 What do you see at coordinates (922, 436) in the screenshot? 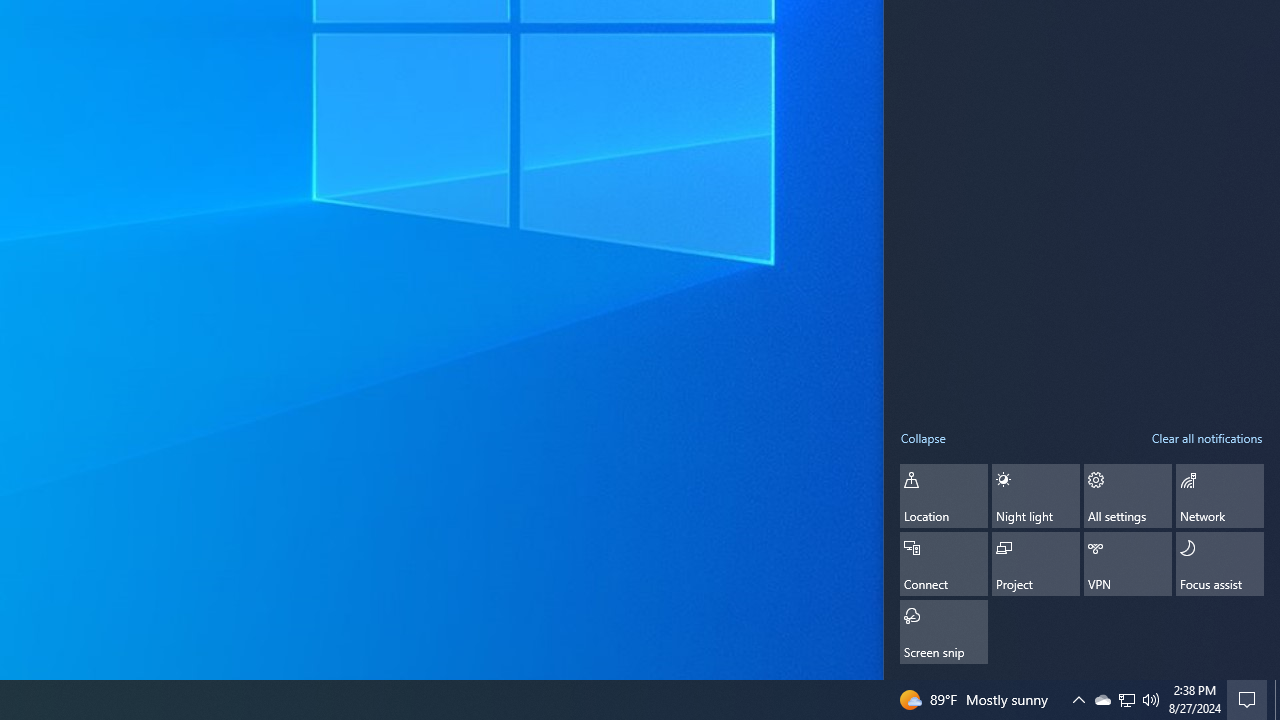
I see `'Collapse quick actions'` at bounding box center [922, 436].